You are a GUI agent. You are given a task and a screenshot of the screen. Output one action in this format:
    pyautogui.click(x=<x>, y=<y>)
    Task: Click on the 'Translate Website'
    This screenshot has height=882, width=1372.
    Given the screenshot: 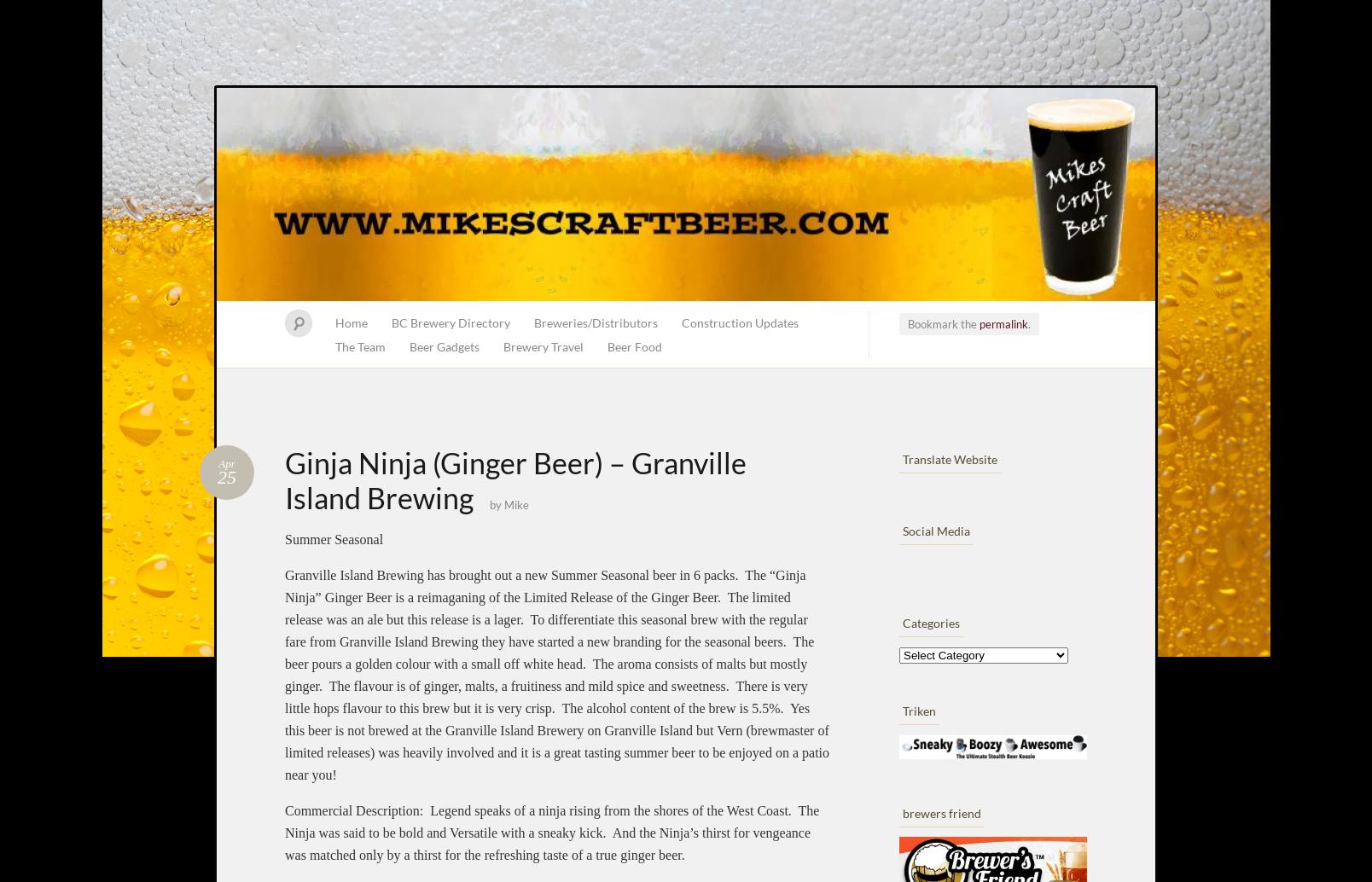 What is the action you would take?
    pyautogui.click(x=949, y=458)
    